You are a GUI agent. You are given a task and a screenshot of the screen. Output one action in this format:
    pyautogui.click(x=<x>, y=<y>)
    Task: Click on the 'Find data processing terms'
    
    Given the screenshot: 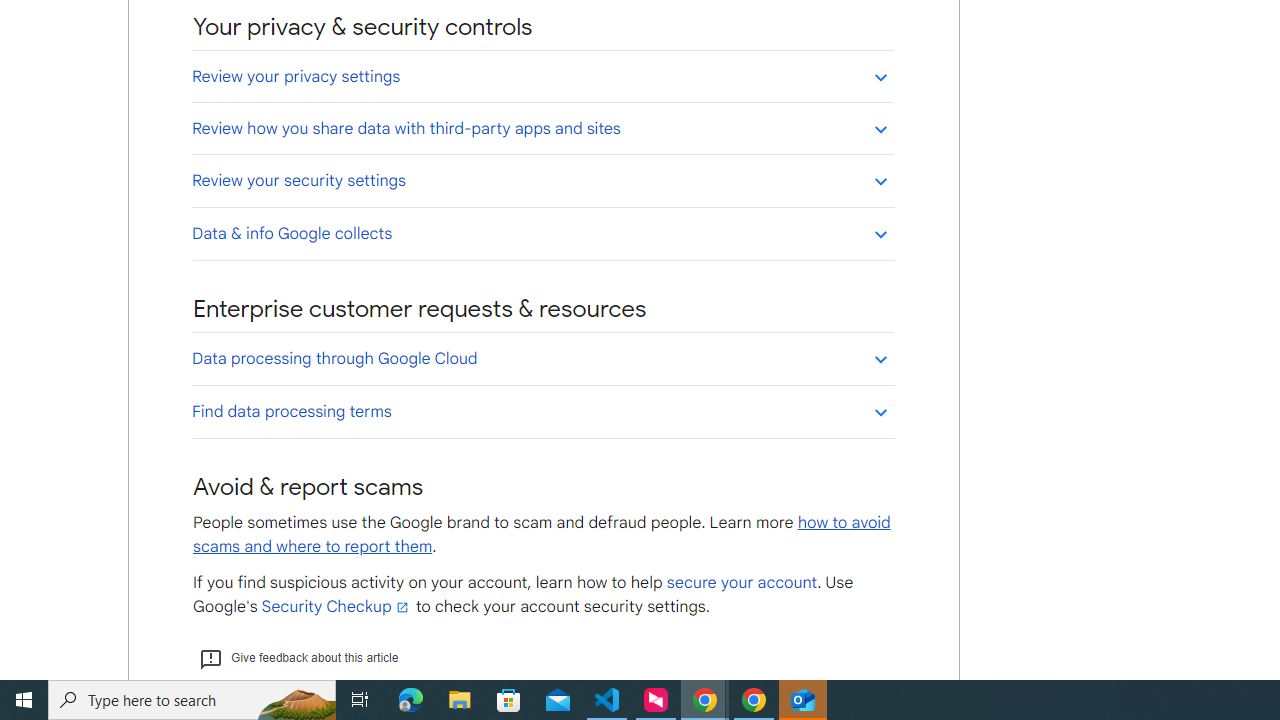 What is the action you would take?
    pyautogui.click(x=542, y=410)
    